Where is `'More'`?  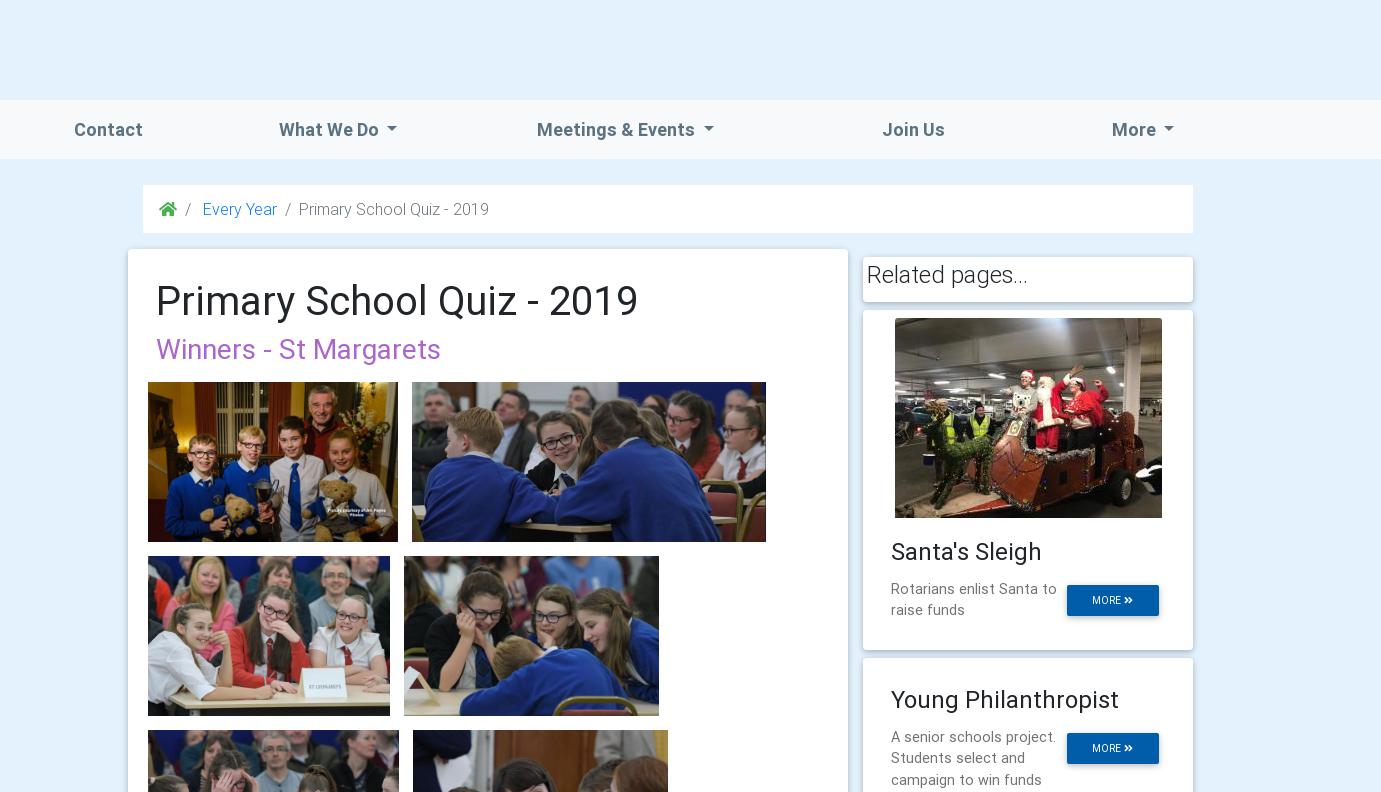
'More' is located at coordinates (1134, 128).